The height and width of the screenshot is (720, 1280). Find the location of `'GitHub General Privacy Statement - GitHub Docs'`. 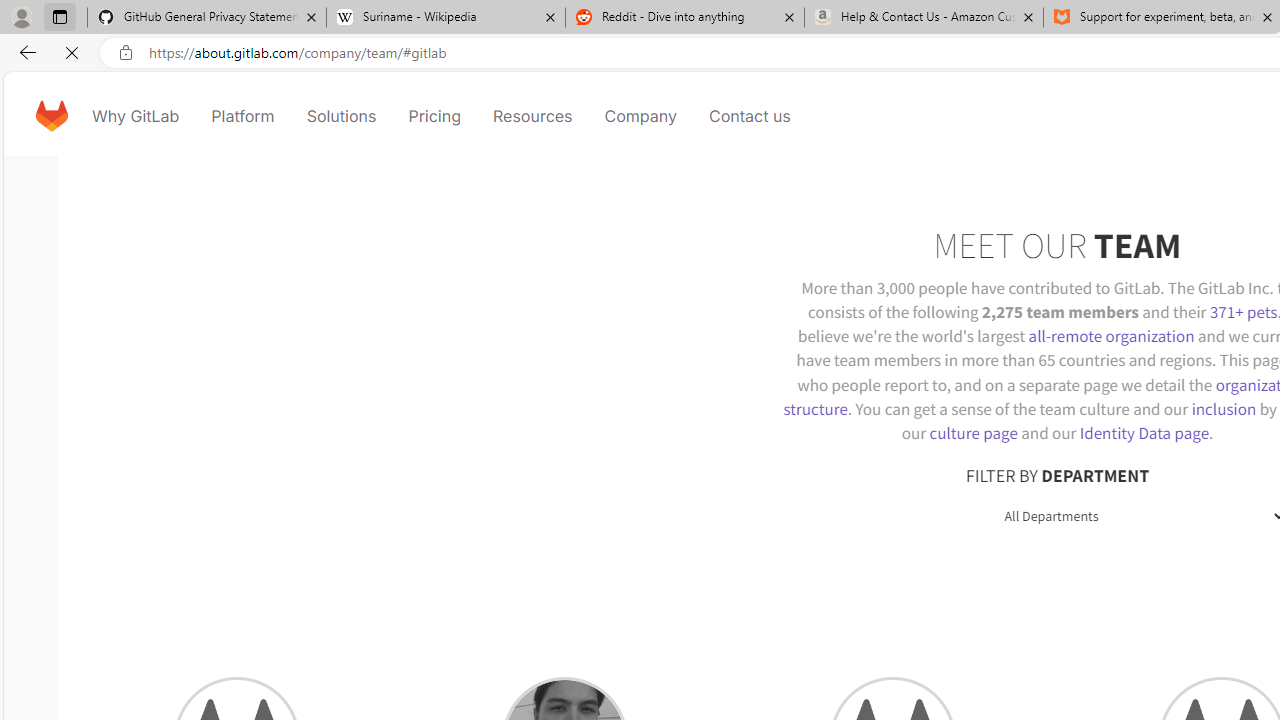

'GitHub General Privacy Statement - GitHub Docs' is located at coordinates (207, 17).